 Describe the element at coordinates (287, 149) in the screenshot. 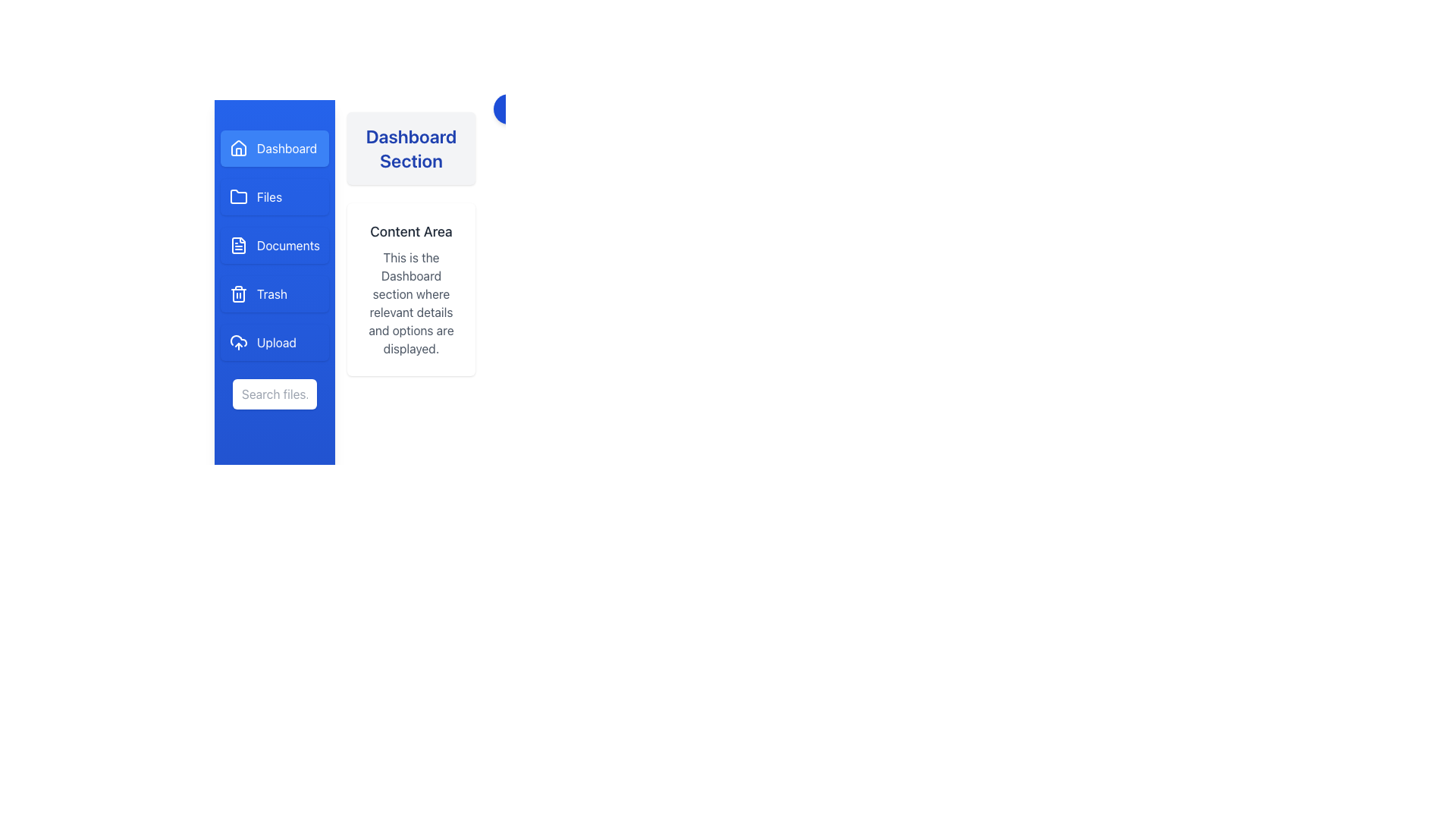

I see `text content of the Text Label that serves as the label for the Dashboard button, which is located in the vertical navigation bar on the left side of the interface, next to a house icon` at that location.